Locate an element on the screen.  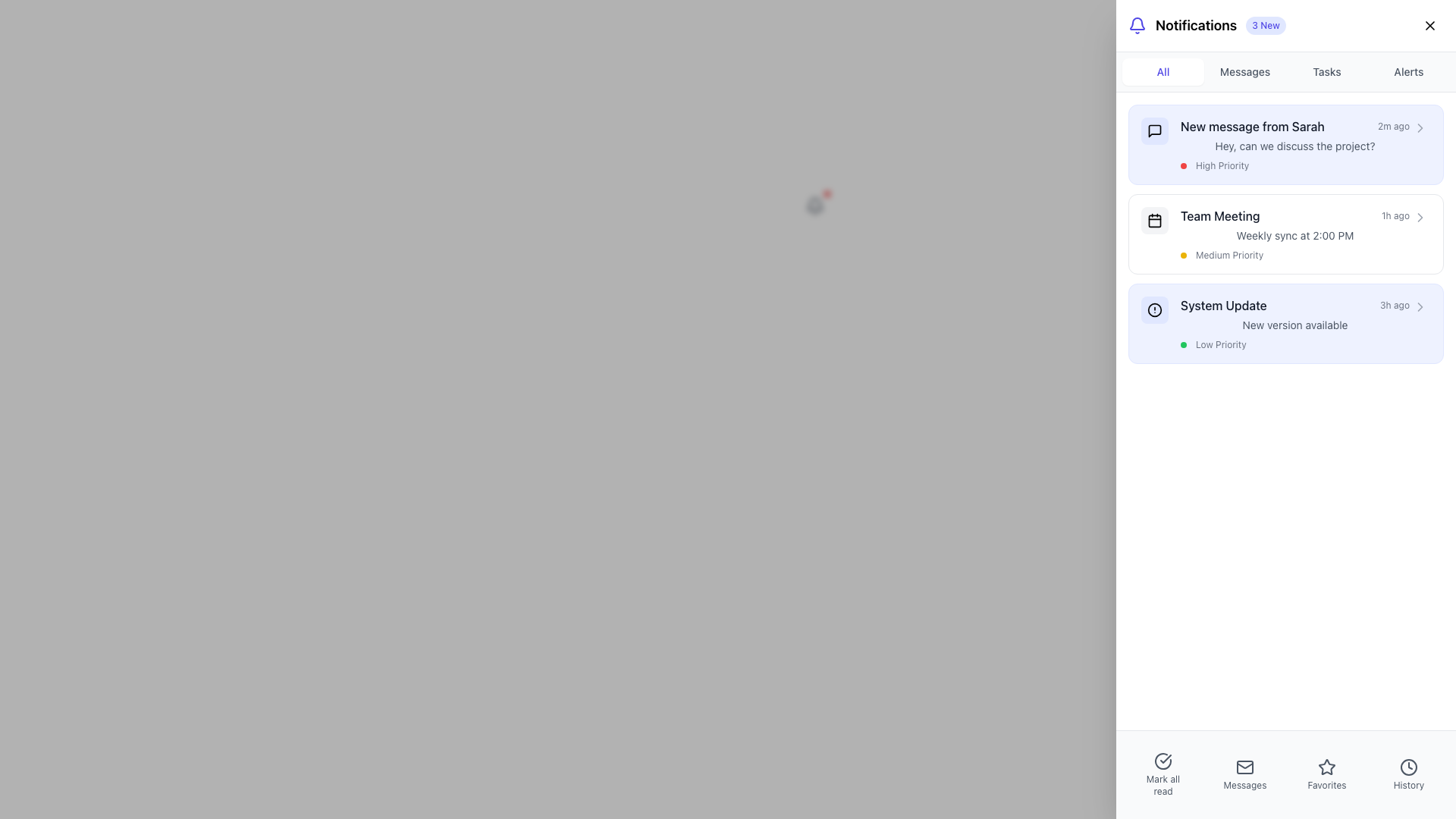
the 'High Priority' text label that follows the red circular icon in the priority details section of the 'New message from Sarah' notification card is located at coordinates (1222, 166).